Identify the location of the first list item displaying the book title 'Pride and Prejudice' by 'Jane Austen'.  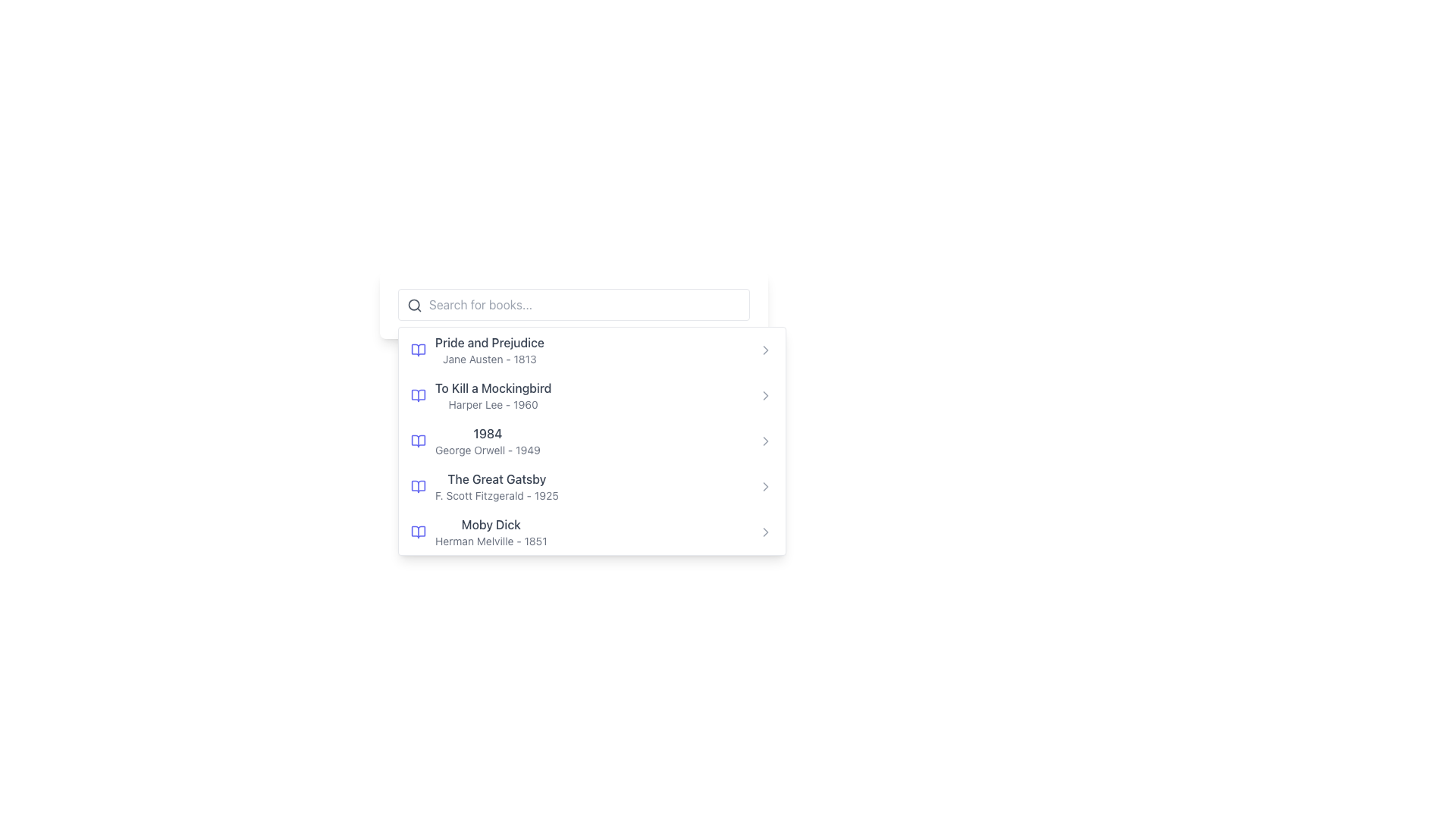
(591, 350).